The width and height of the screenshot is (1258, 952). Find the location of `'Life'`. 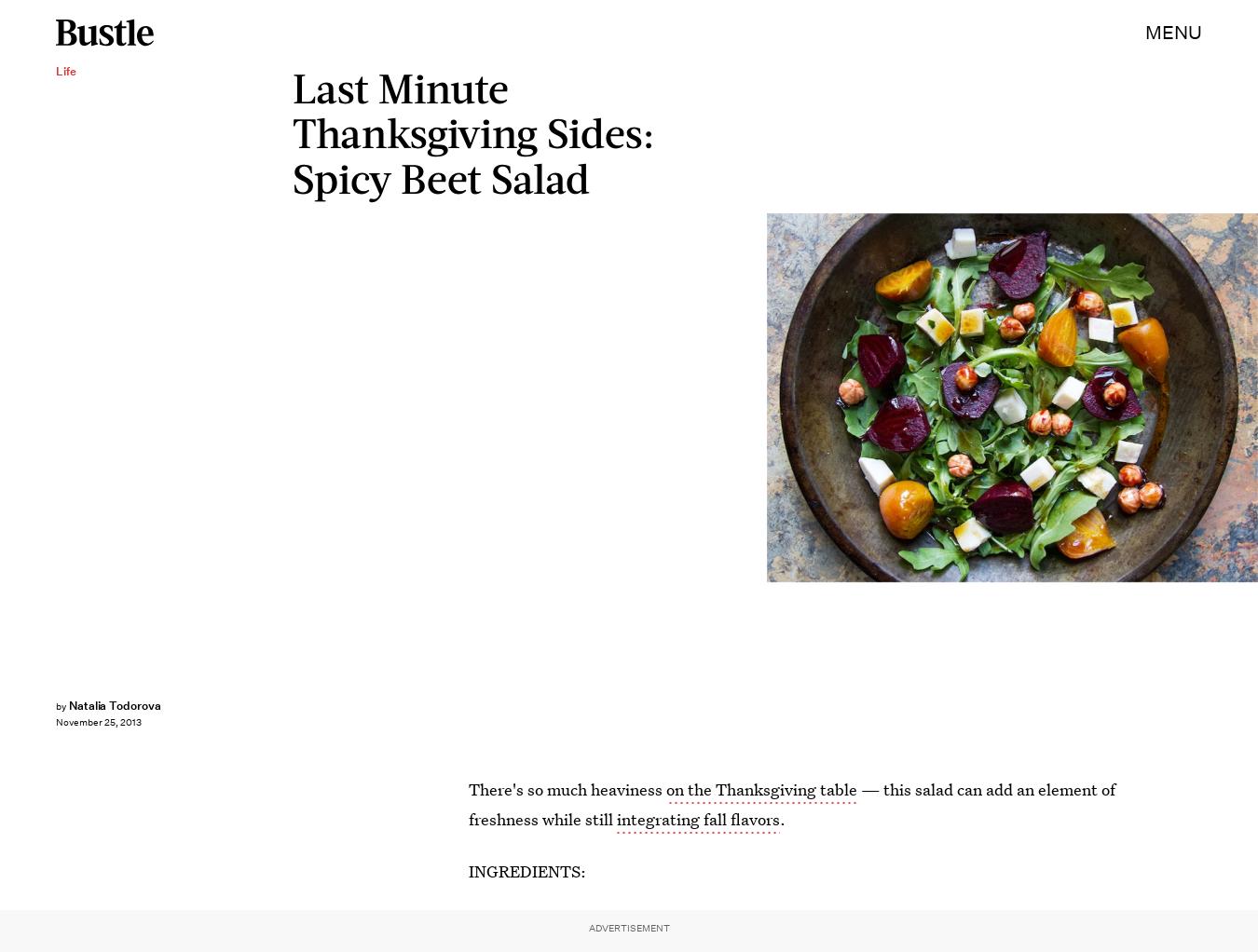

'Life' is located at coordinates (65, 70).